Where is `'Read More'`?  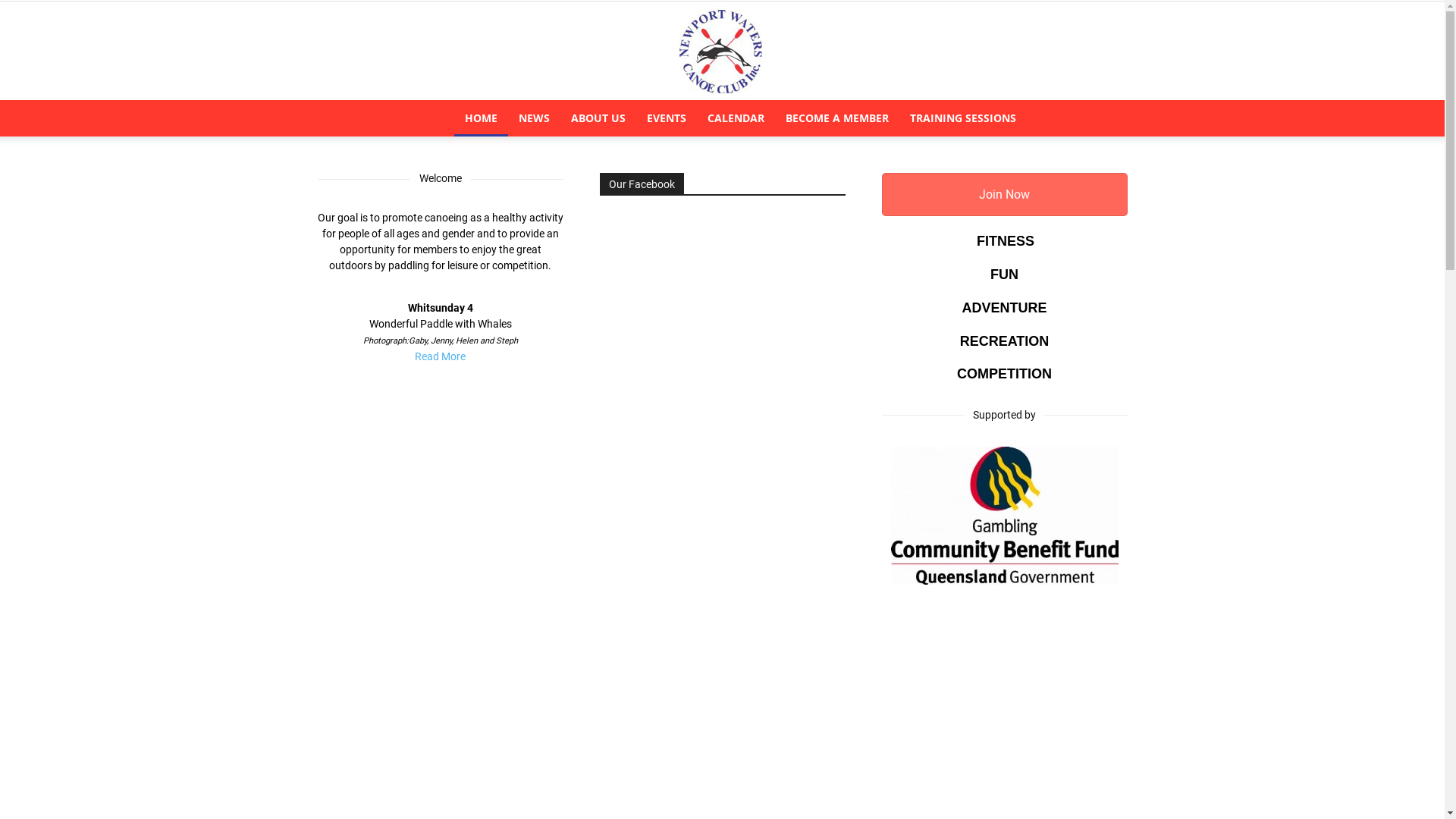
'Read More' is located at coordinates (439, 356).